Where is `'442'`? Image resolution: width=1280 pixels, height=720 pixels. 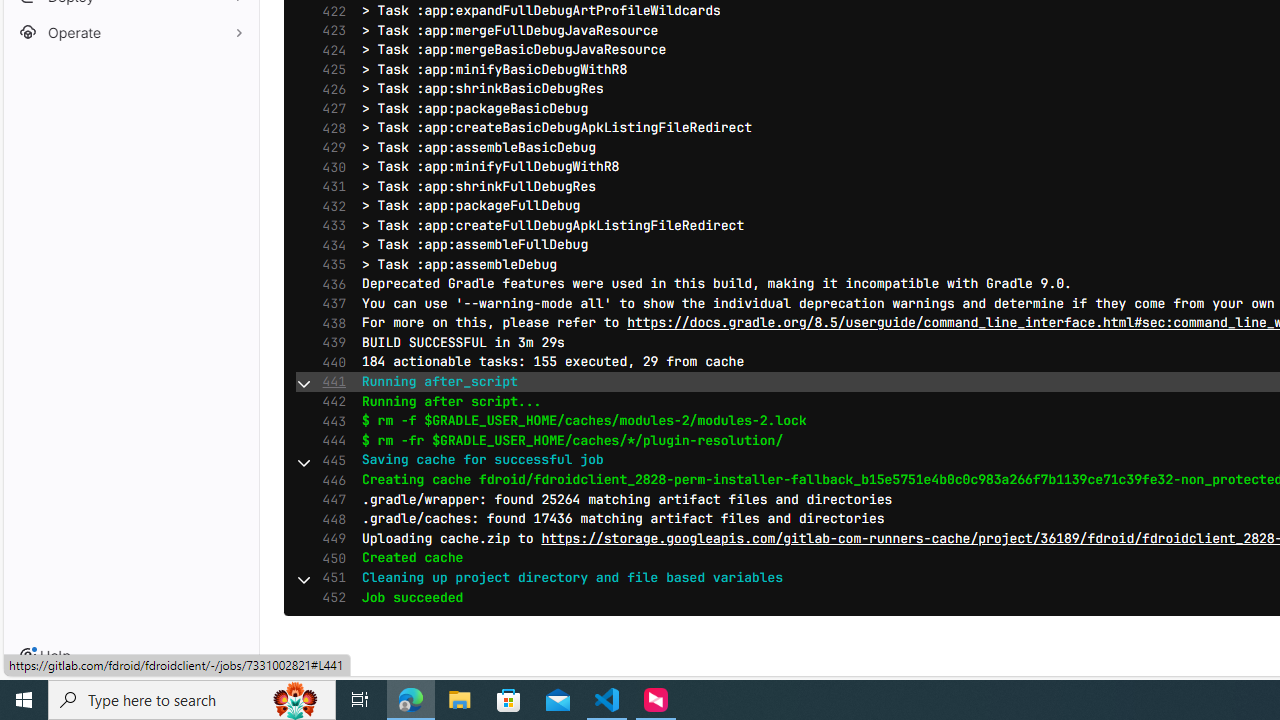 '442' is located at coordinates (329, 401).